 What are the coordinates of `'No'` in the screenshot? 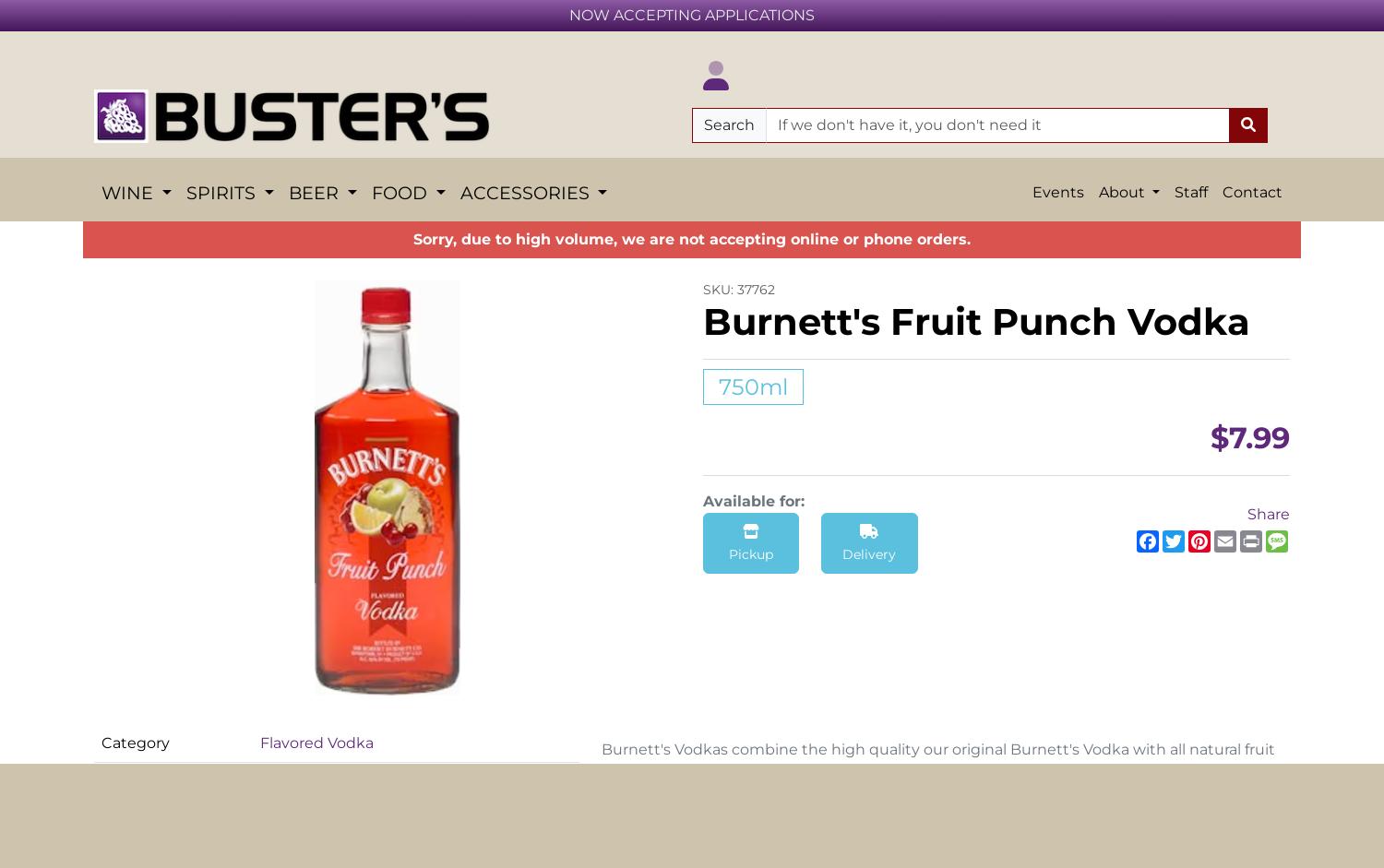 It's located at (930, 503).